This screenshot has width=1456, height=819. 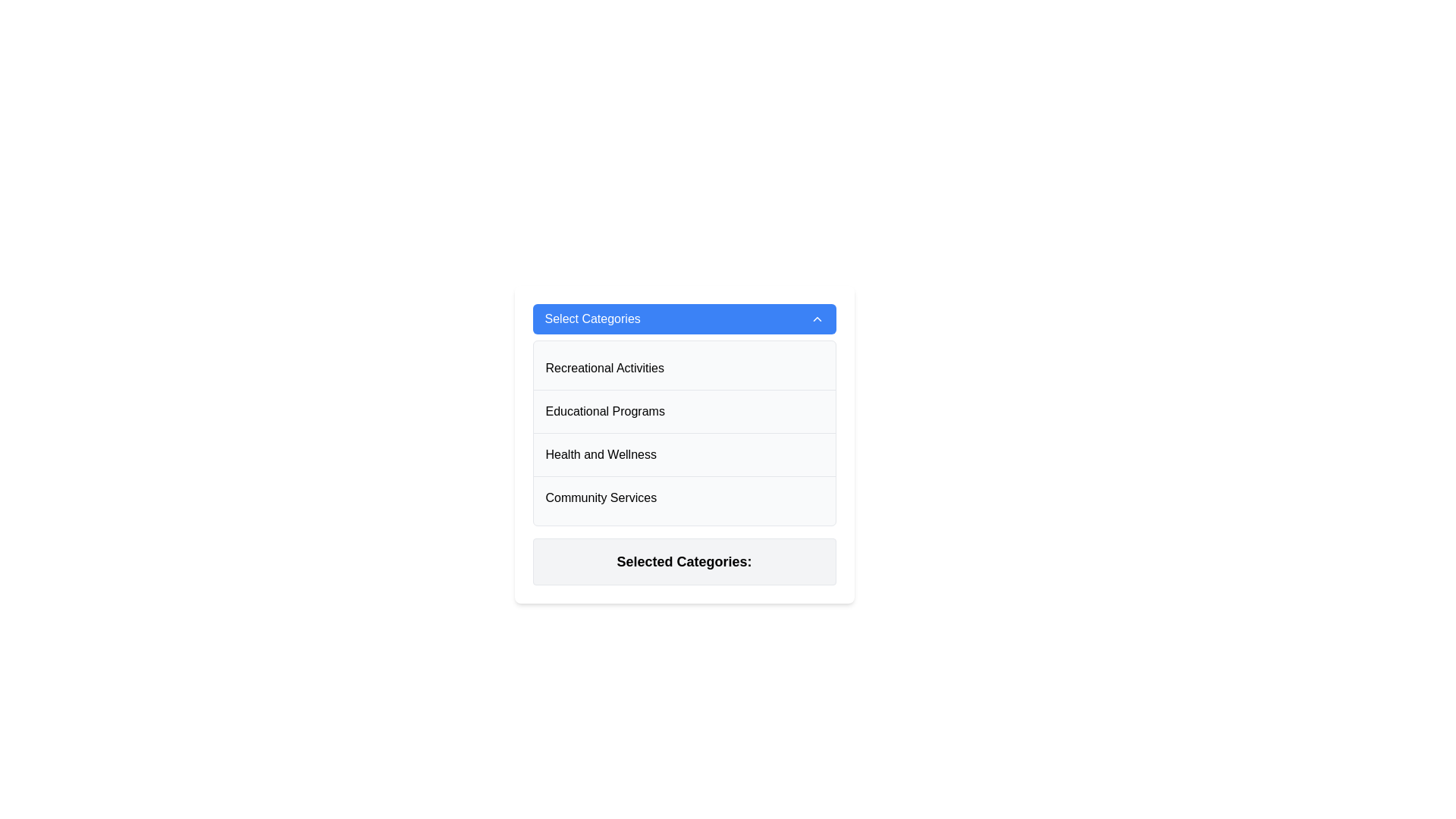 What do you see at coordinates (683, 369) in the screenshot?
I see `the list item labeled 'Recreational Activities' in the dropdown menu` at bounding box center [683, 369].